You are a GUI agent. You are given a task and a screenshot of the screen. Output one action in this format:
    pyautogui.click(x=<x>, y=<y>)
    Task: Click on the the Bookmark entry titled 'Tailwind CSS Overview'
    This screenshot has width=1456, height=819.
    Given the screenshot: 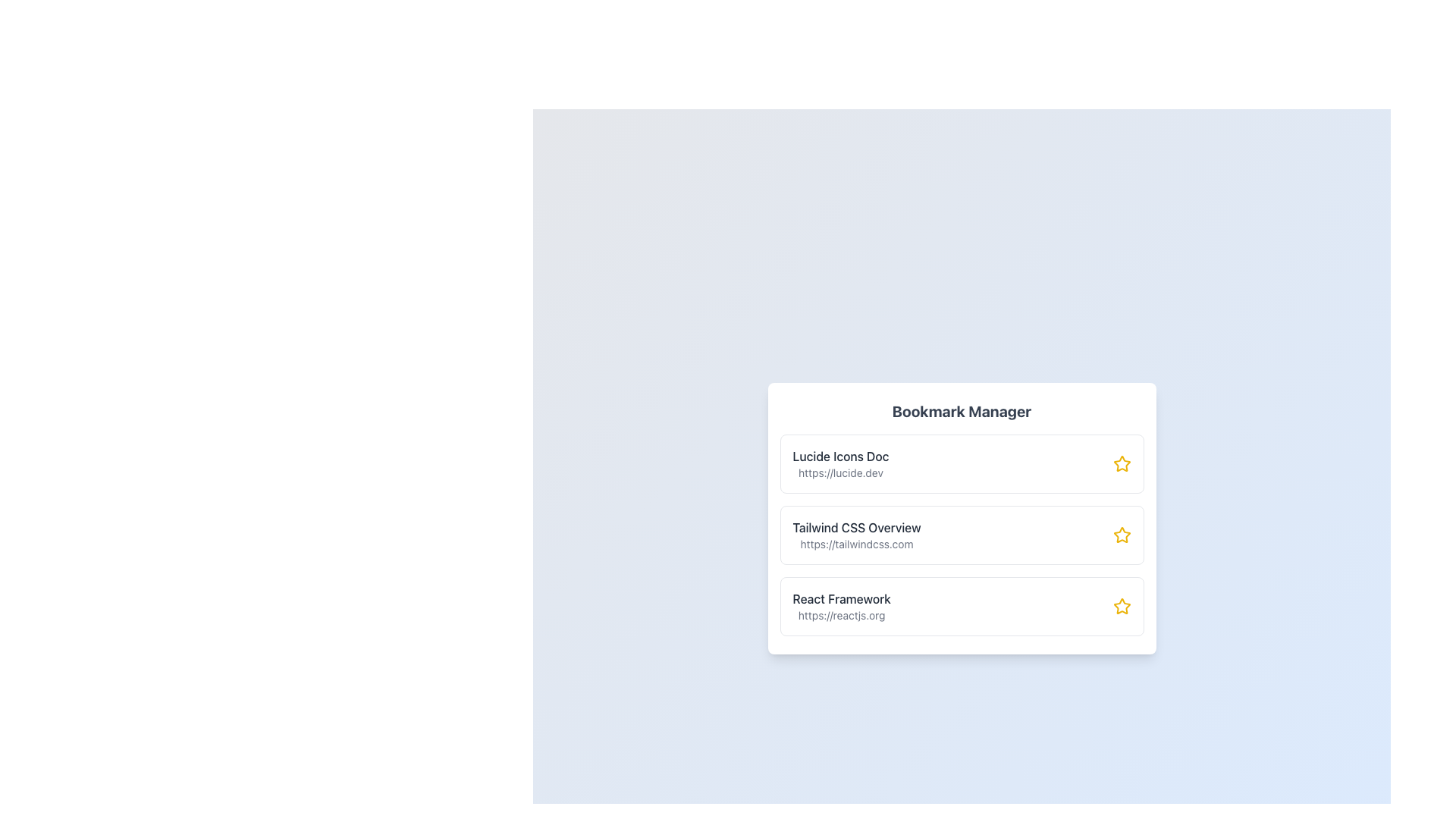 What is the action you would take?
    pyautogui.click(x=857, y=534)
    